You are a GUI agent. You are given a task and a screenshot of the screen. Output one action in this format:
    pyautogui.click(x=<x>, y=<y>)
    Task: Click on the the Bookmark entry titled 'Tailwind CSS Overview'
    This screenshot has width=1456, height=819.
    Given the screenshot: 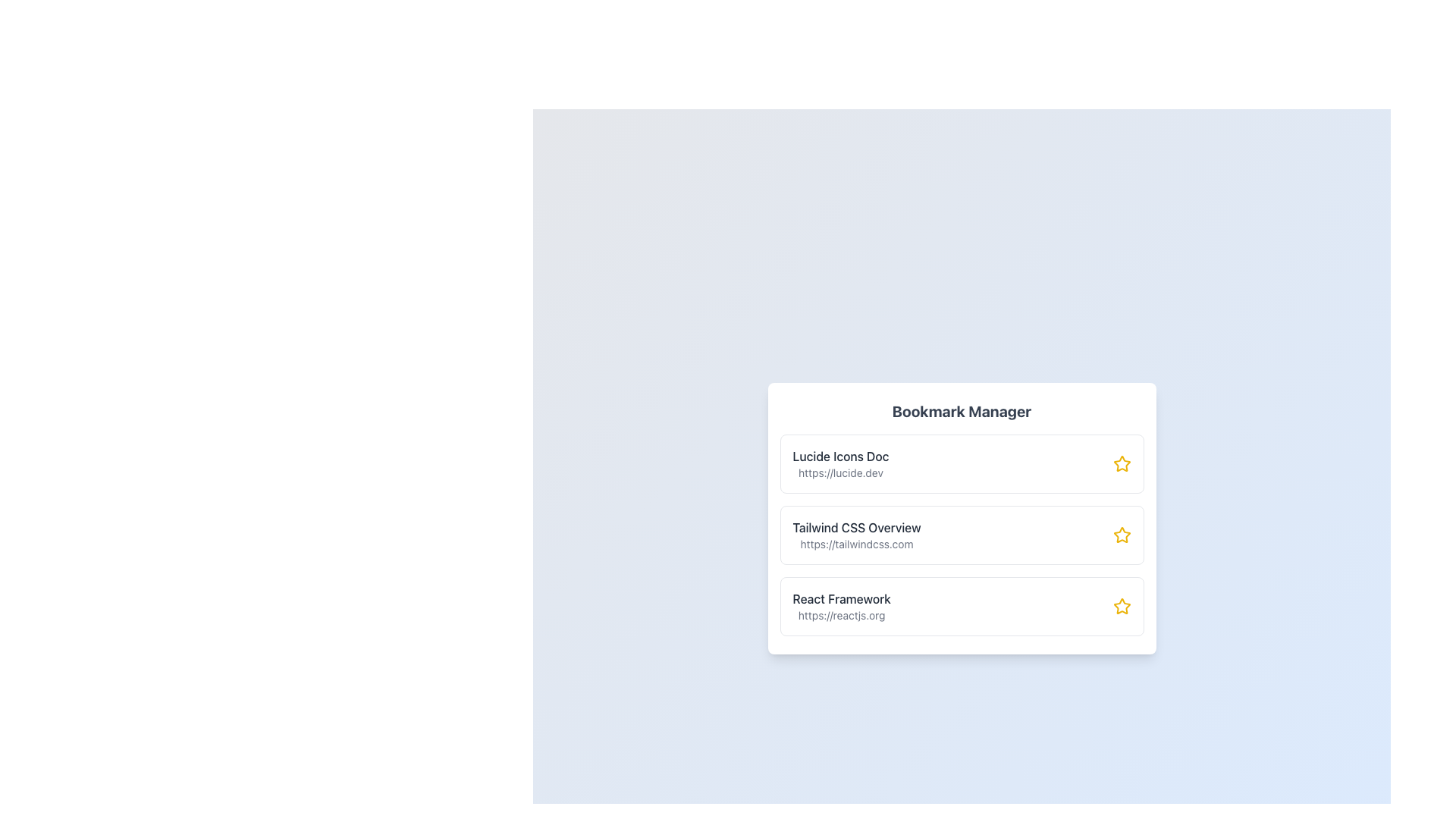 What is the action you would take?
    pyautogui.click(x=857, y=534)
    